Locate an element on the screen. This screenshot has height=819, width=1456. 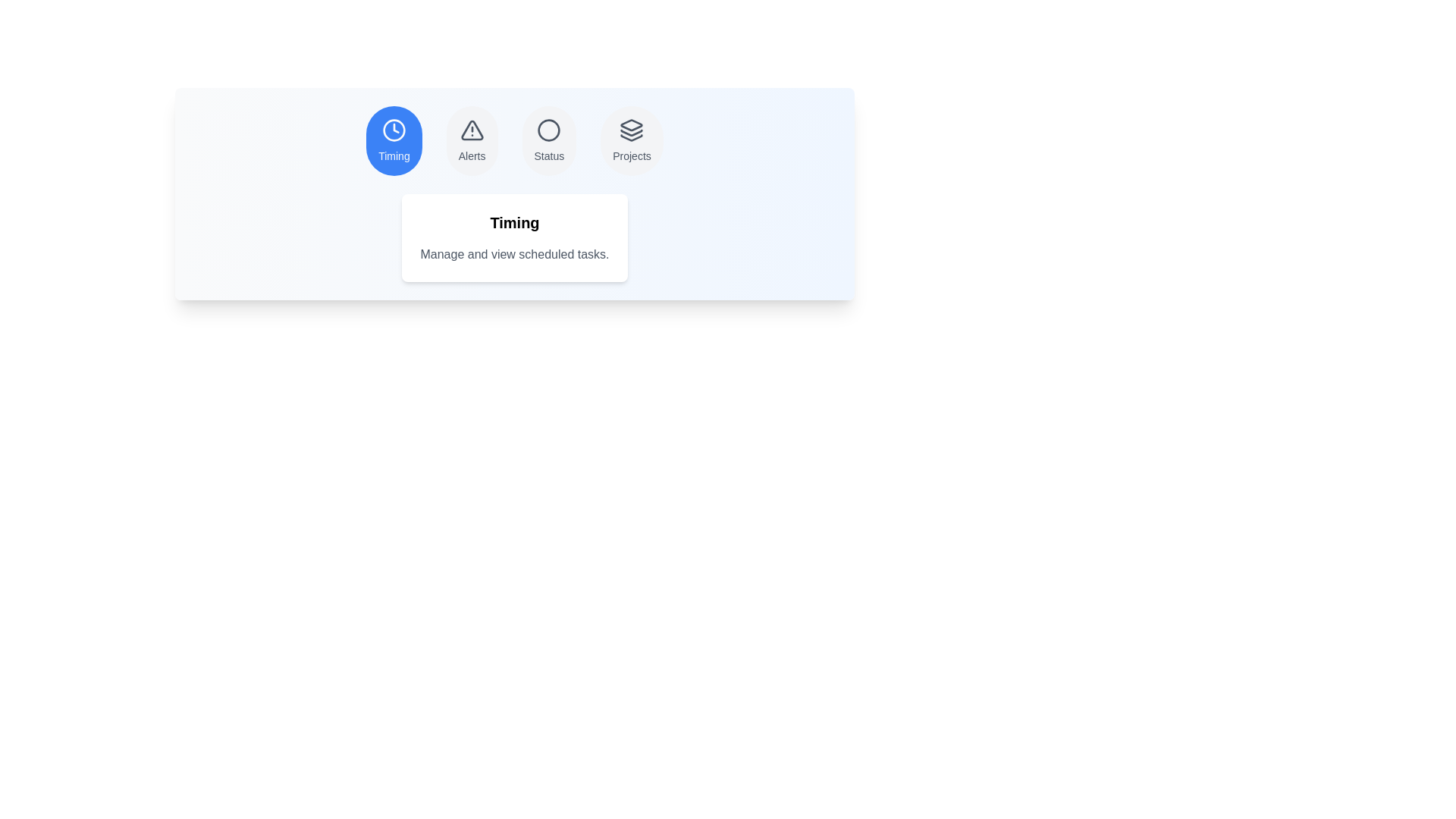
the tab labeled Alerts is located at coordinates (471, 140).